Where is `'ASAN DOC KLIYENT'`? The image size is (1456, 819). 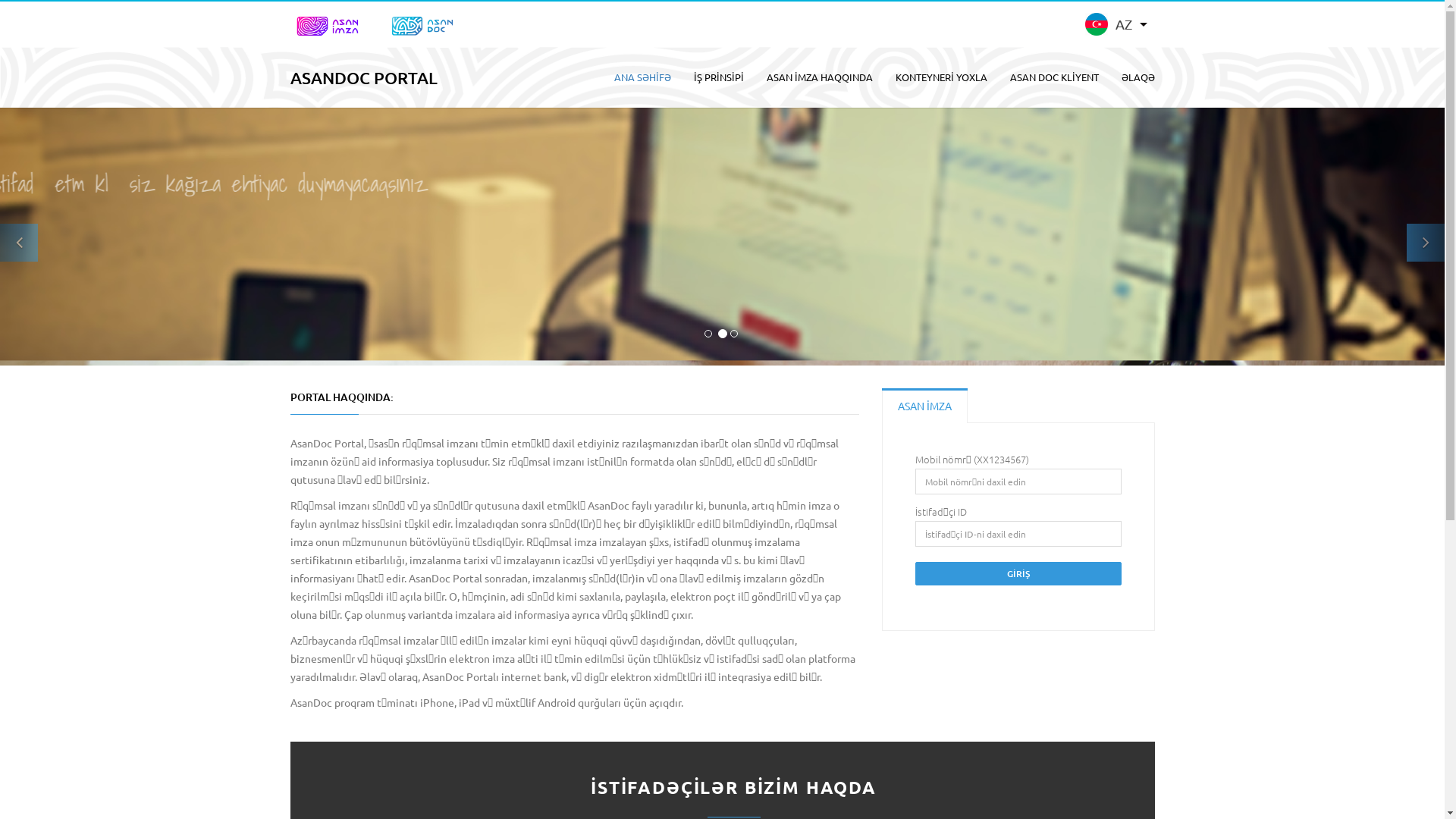 'ASAN DOC KLIYENT' is located at coordinates (1053, 77).